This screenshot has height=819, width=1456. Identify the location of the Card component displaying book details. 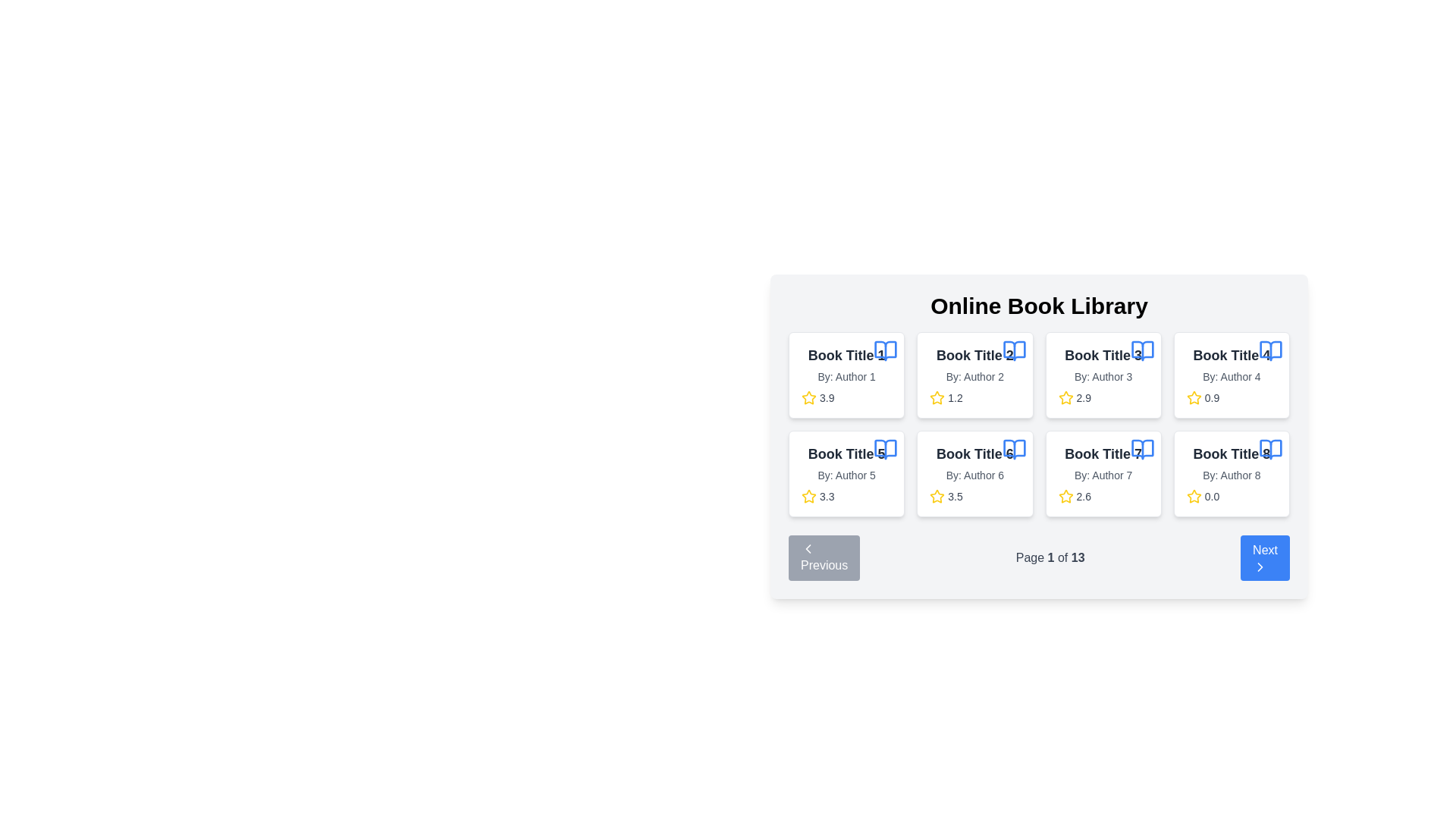
(1232, 375).